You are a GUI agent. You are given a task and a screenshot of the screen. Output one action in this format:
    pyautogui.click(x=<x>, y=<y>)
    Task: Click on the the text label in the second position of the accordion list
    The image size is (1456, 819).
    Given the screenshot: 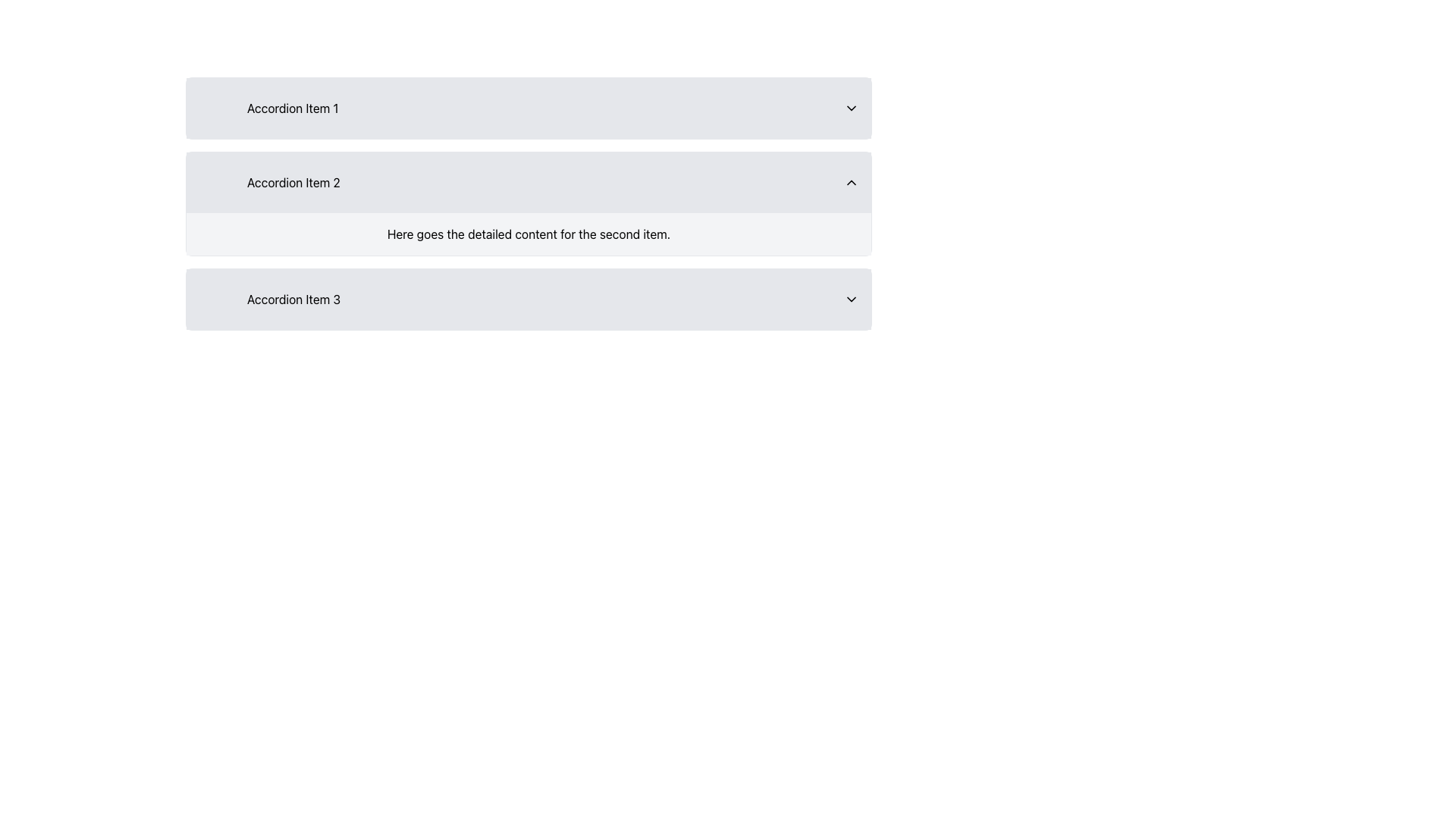 What is the action you would take?
    pyautogui.click(x=293, y=181)
    